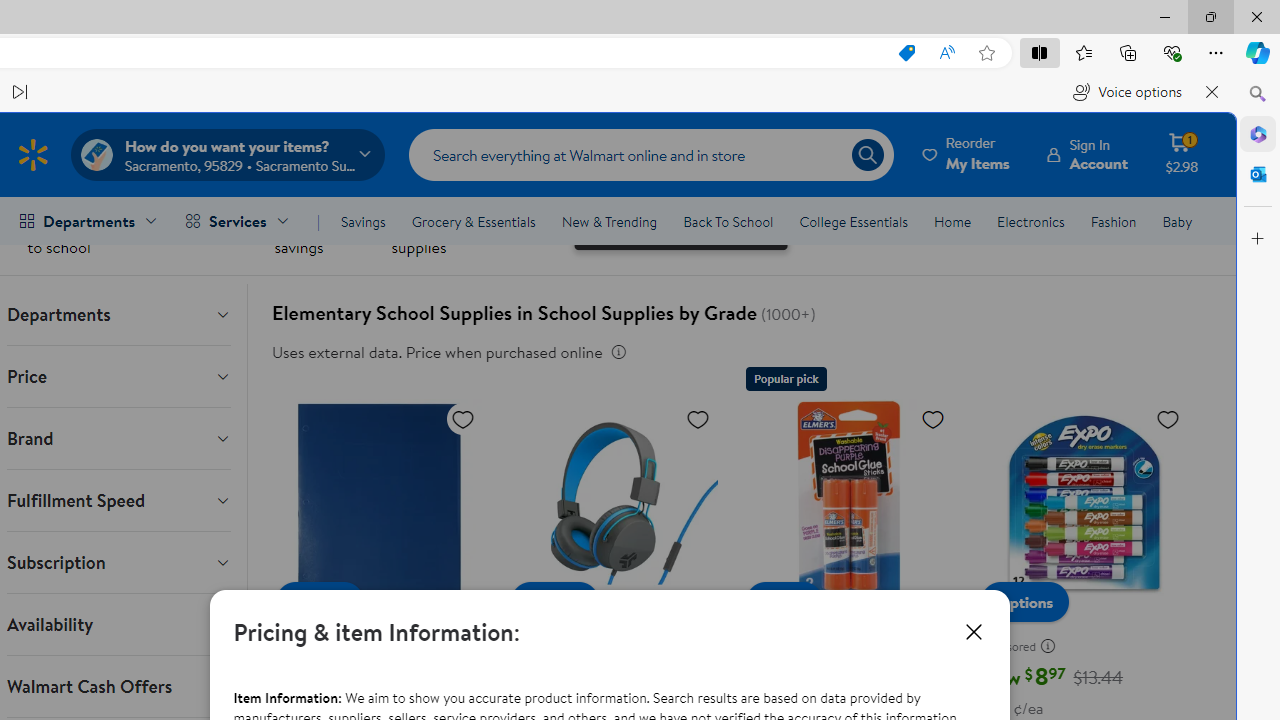 The height and width of the screenshot is (720, 1280). I want to click on 'Close read aloud', so click(1211, 92).